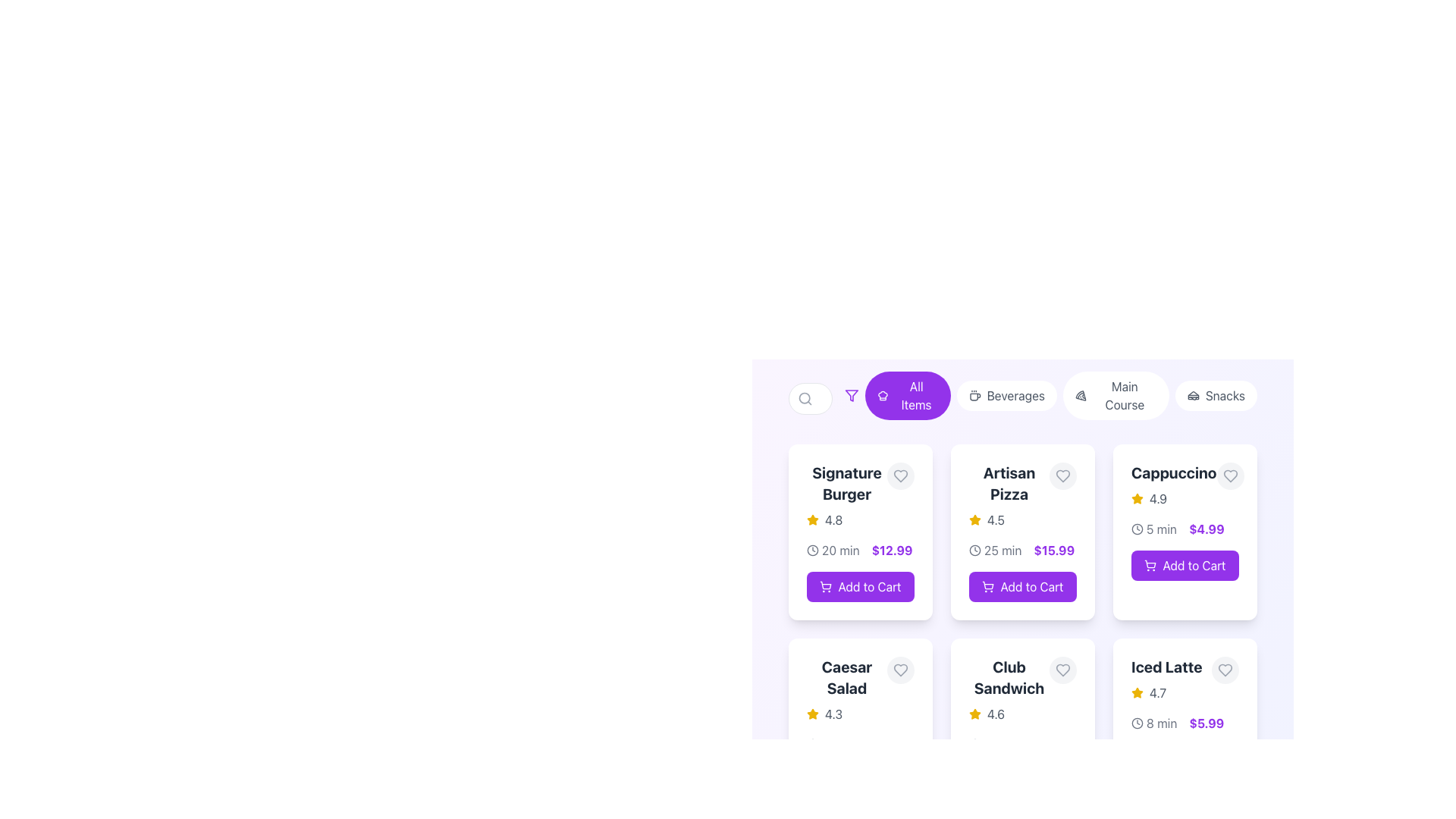 This screenshot has height=819, width=1456. Describe the element at coordinates (1125, 394) in the screenshot. I see `the 'Main Course' category selector text label located to the right of the 'All Items' and 'Beverages' buttons in the upper section of the interface` at that location.